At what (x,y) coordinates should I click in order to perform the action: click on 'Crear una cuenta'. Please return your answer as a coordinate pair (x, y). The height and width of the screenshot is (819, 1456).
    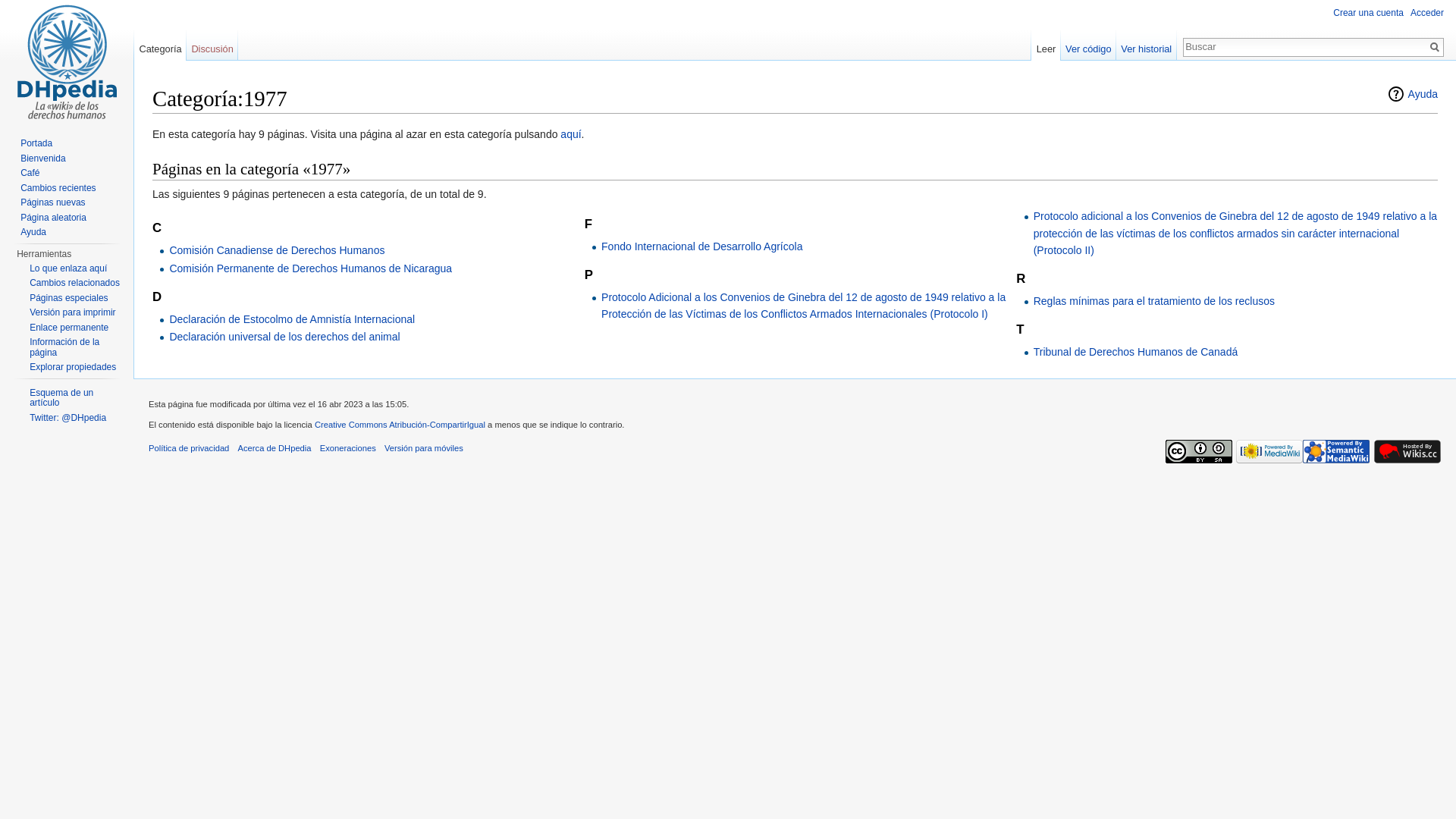
    Looking at the image, I should click on (1368, 12).